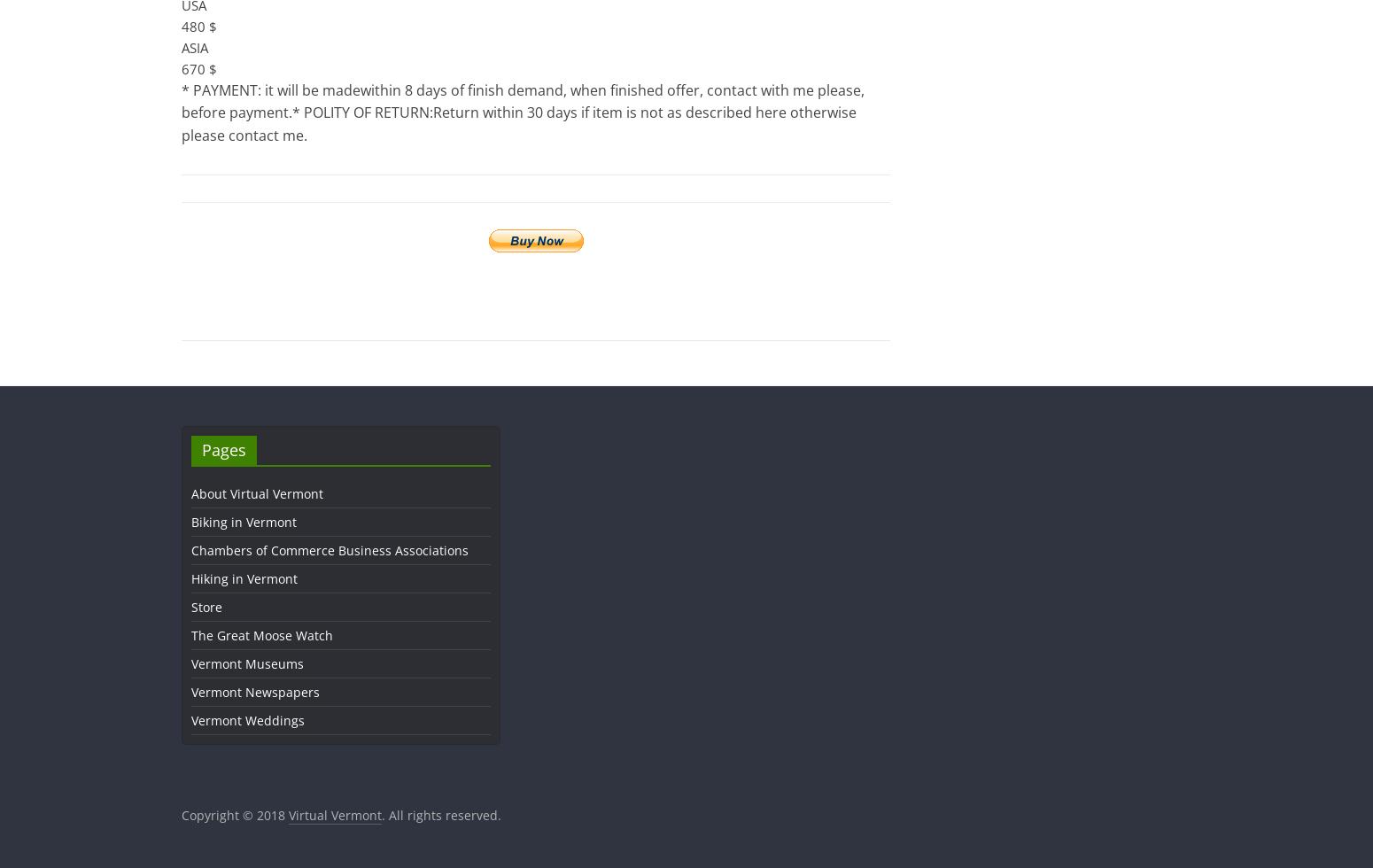 The image size is (1373, 868). I want to click on 'Store', so click(190, 607).